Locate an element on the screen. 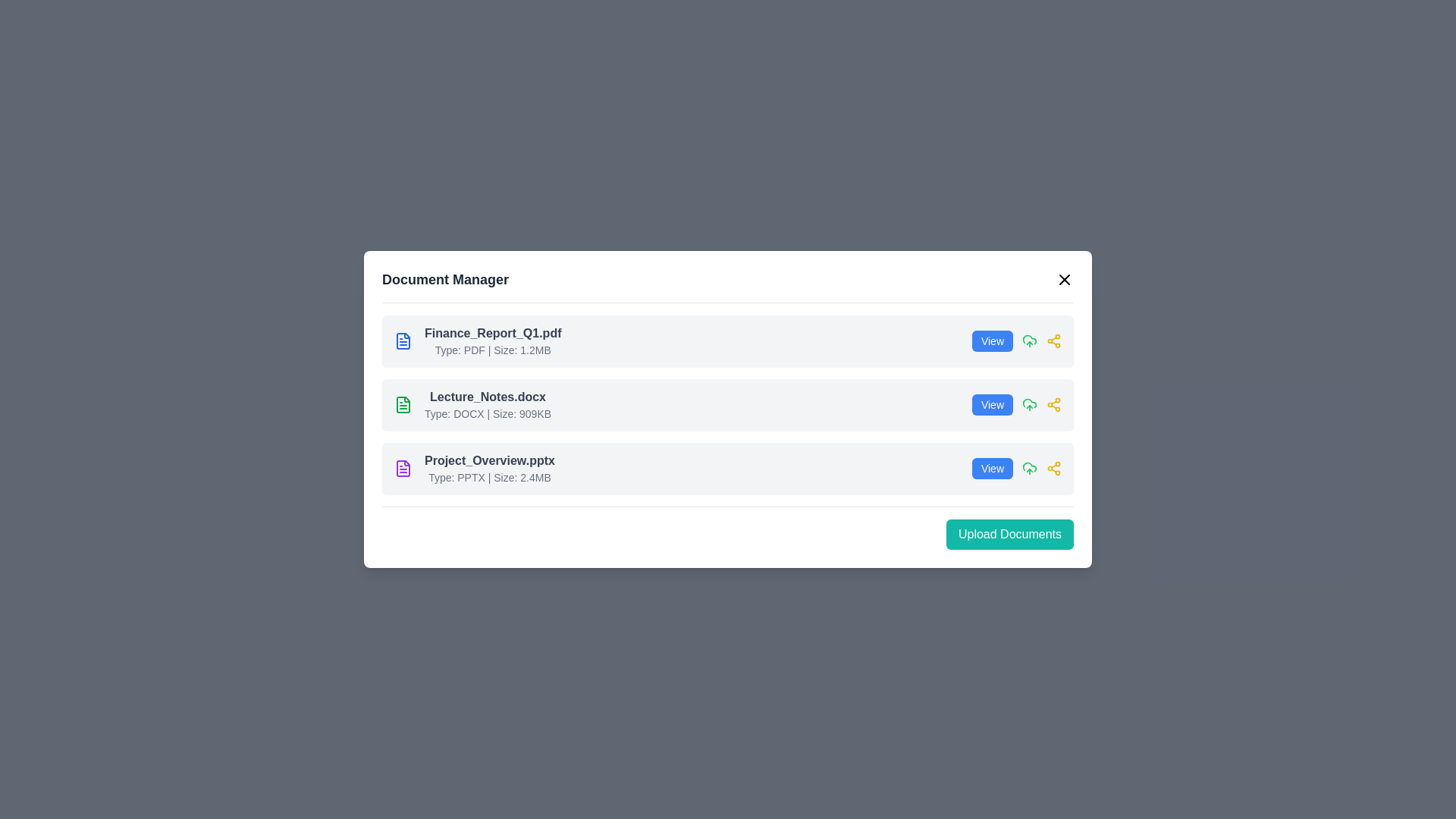 Image resolution: width=1456 pixels, height=819 pixels. the Share button icon located in the Document Manager dialog box, which is the third icon in a row after 'View' is located at coordinates (1053, 467).